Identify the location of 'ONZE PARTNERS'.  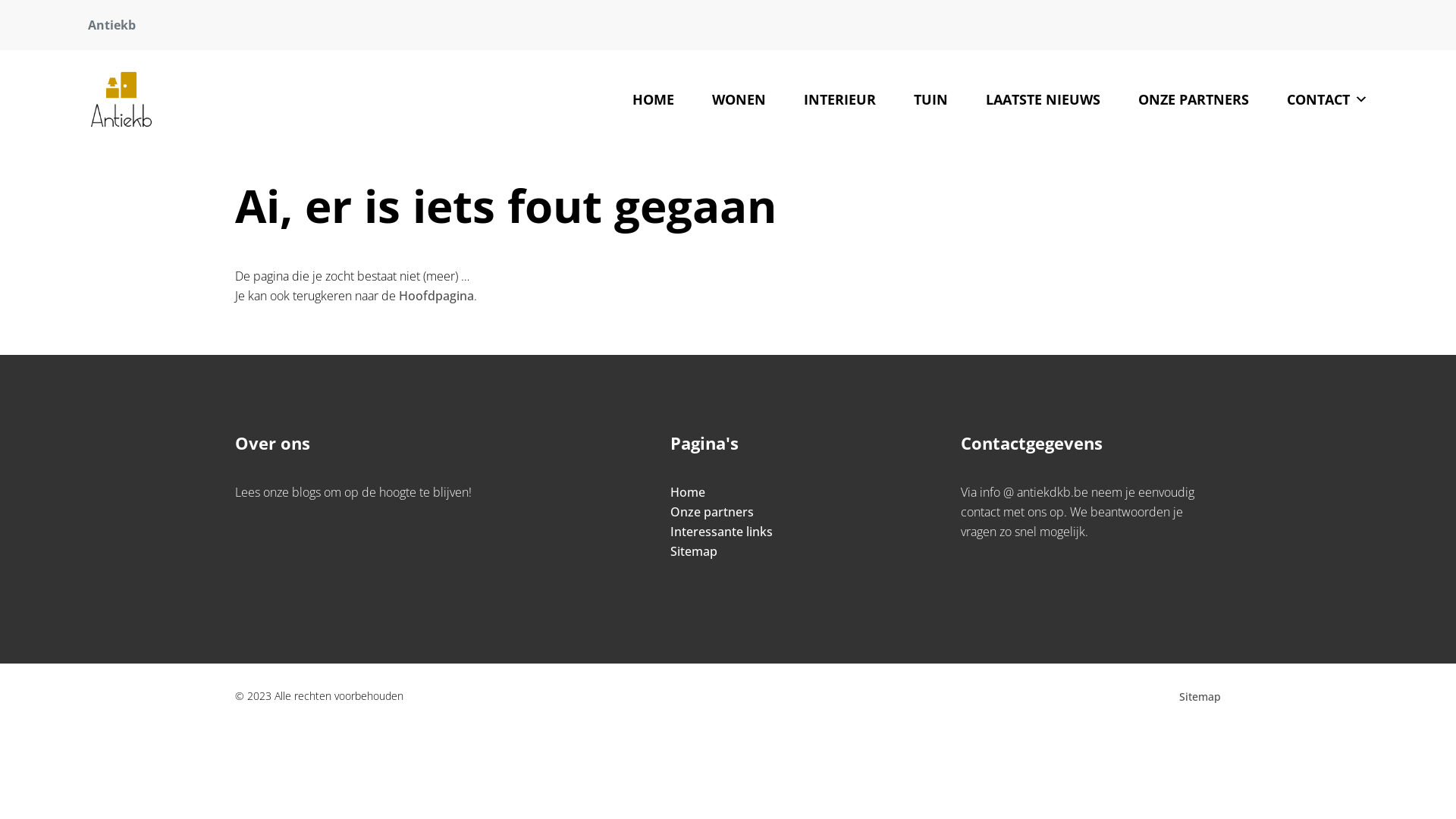
(1119, 99).